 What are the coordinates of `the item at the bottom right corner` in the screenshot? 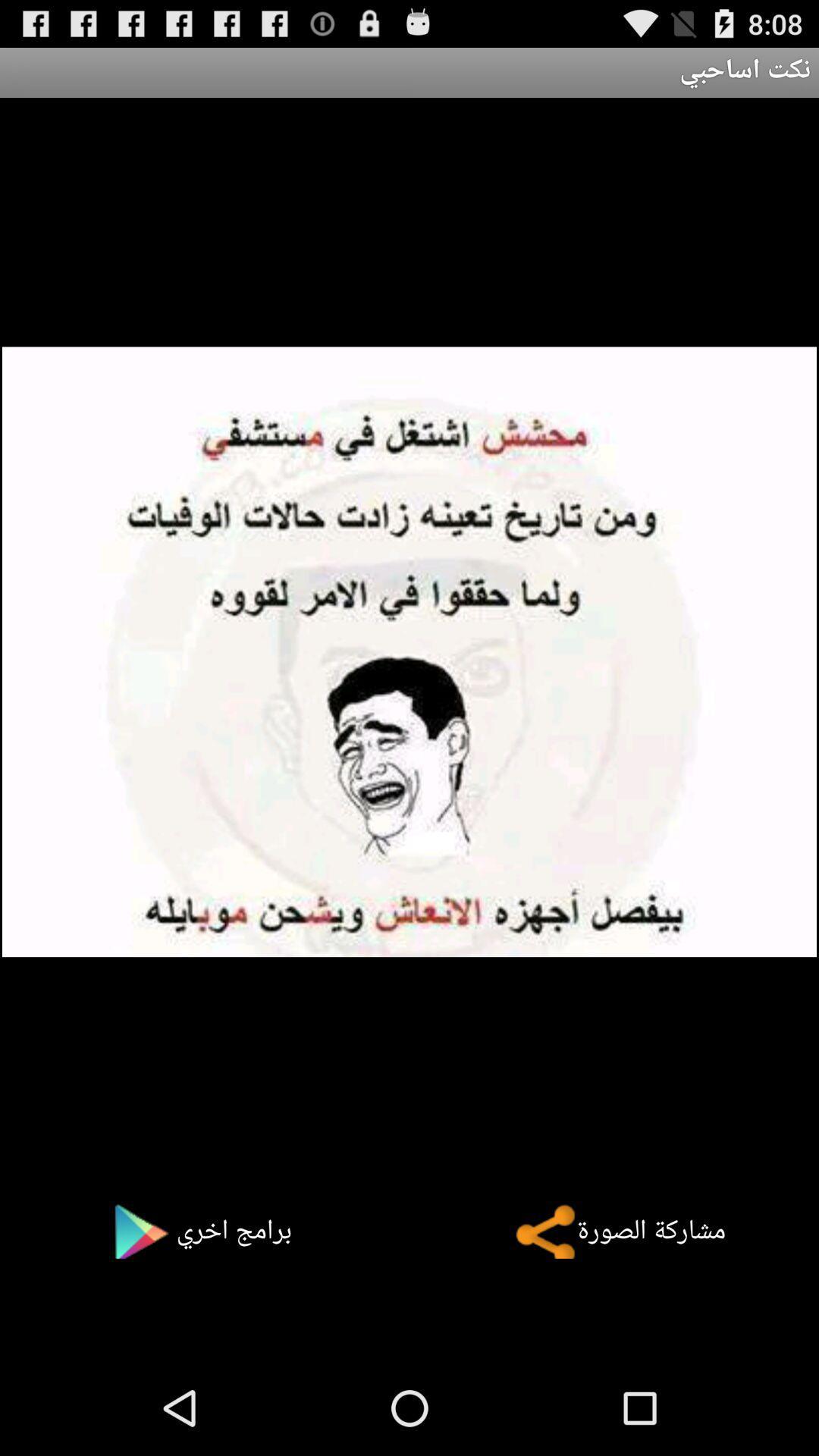 It's located at (608, 1231).